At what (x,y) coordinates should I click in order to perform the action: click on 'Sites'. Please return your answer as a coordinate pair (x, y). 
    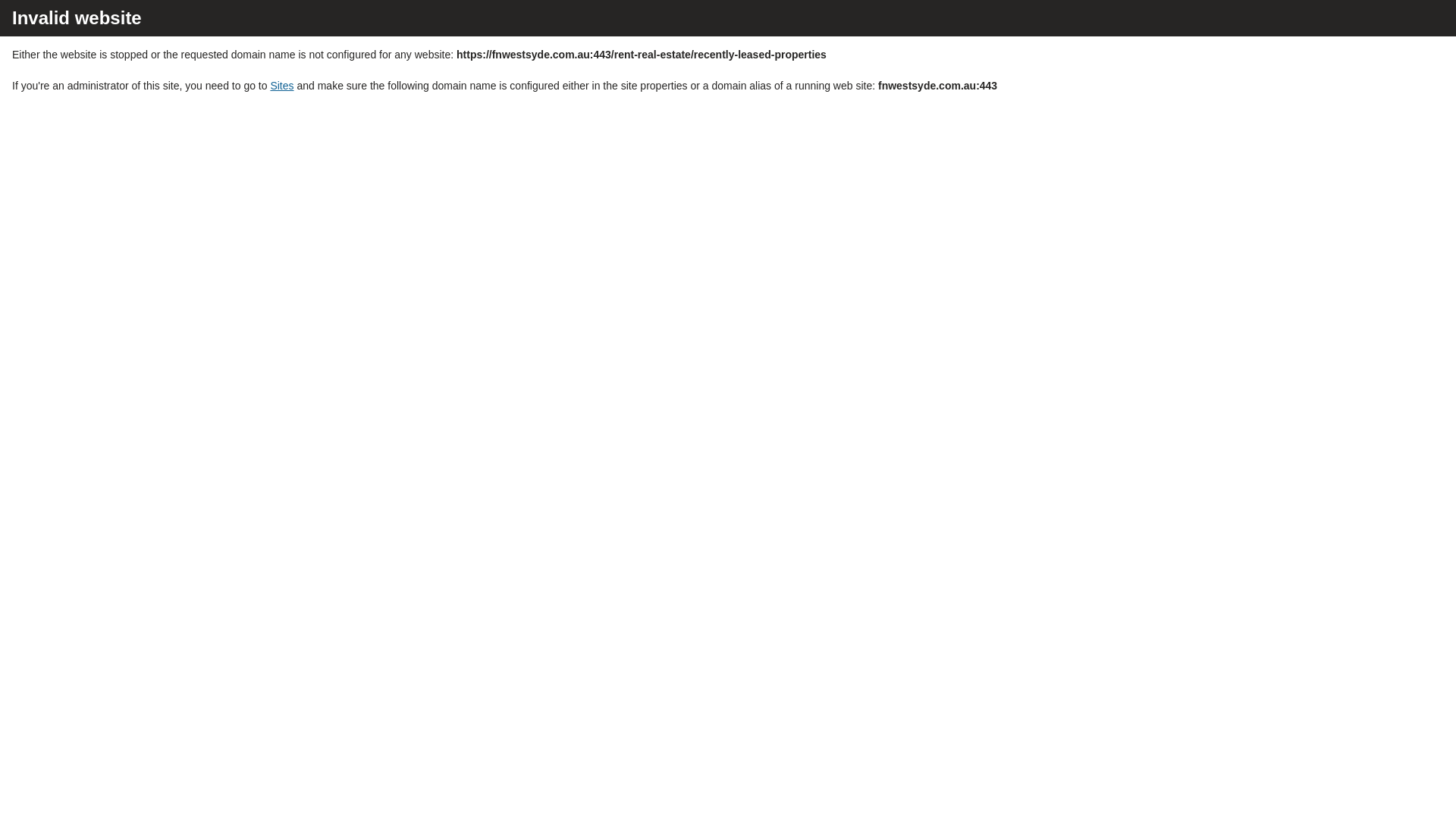
    Looking at the image, I should click on (269, 85).